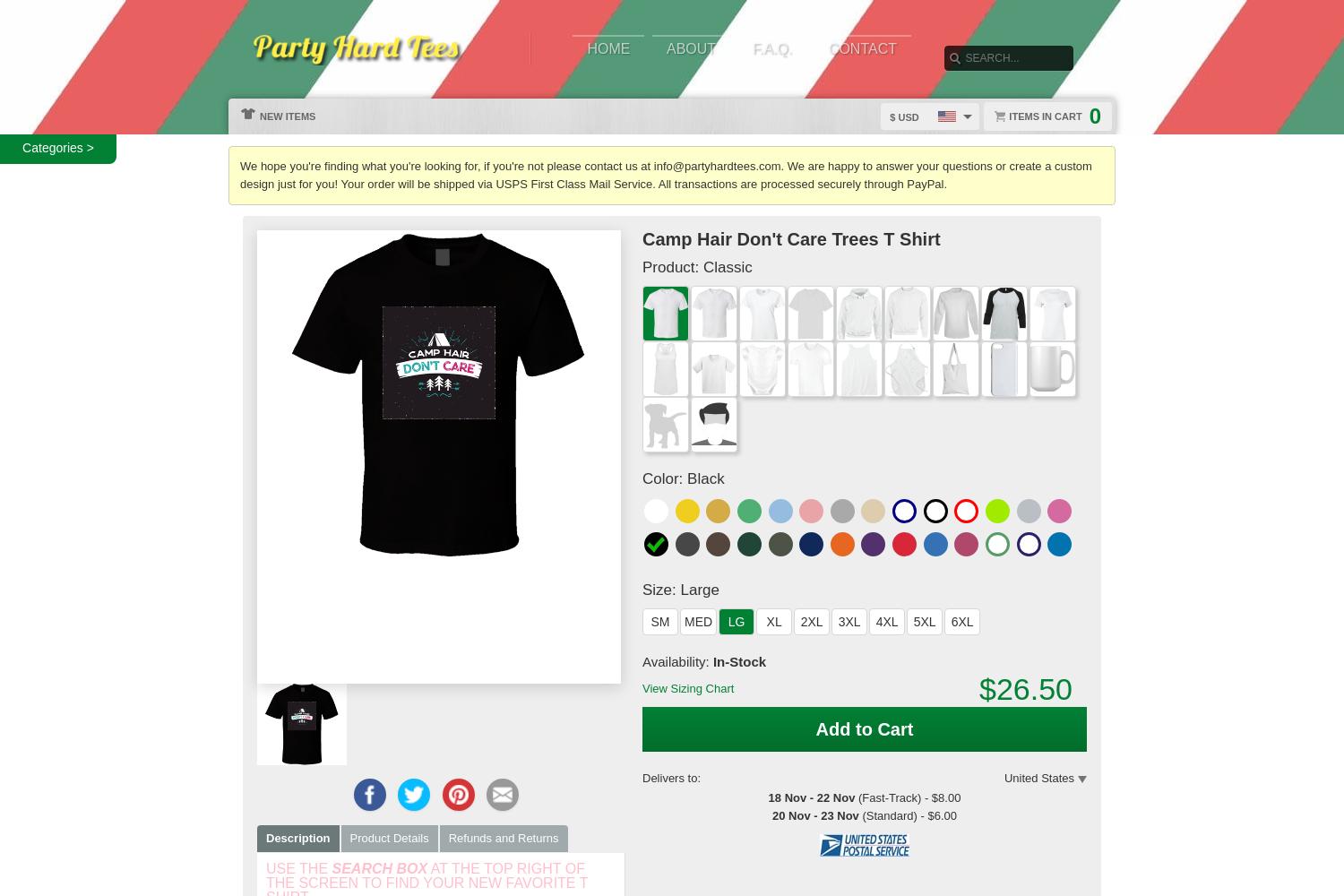  What do you see at coordinates (297, 837) in the screenshot?
I see `'Description'` at bounding box center [297, 837].